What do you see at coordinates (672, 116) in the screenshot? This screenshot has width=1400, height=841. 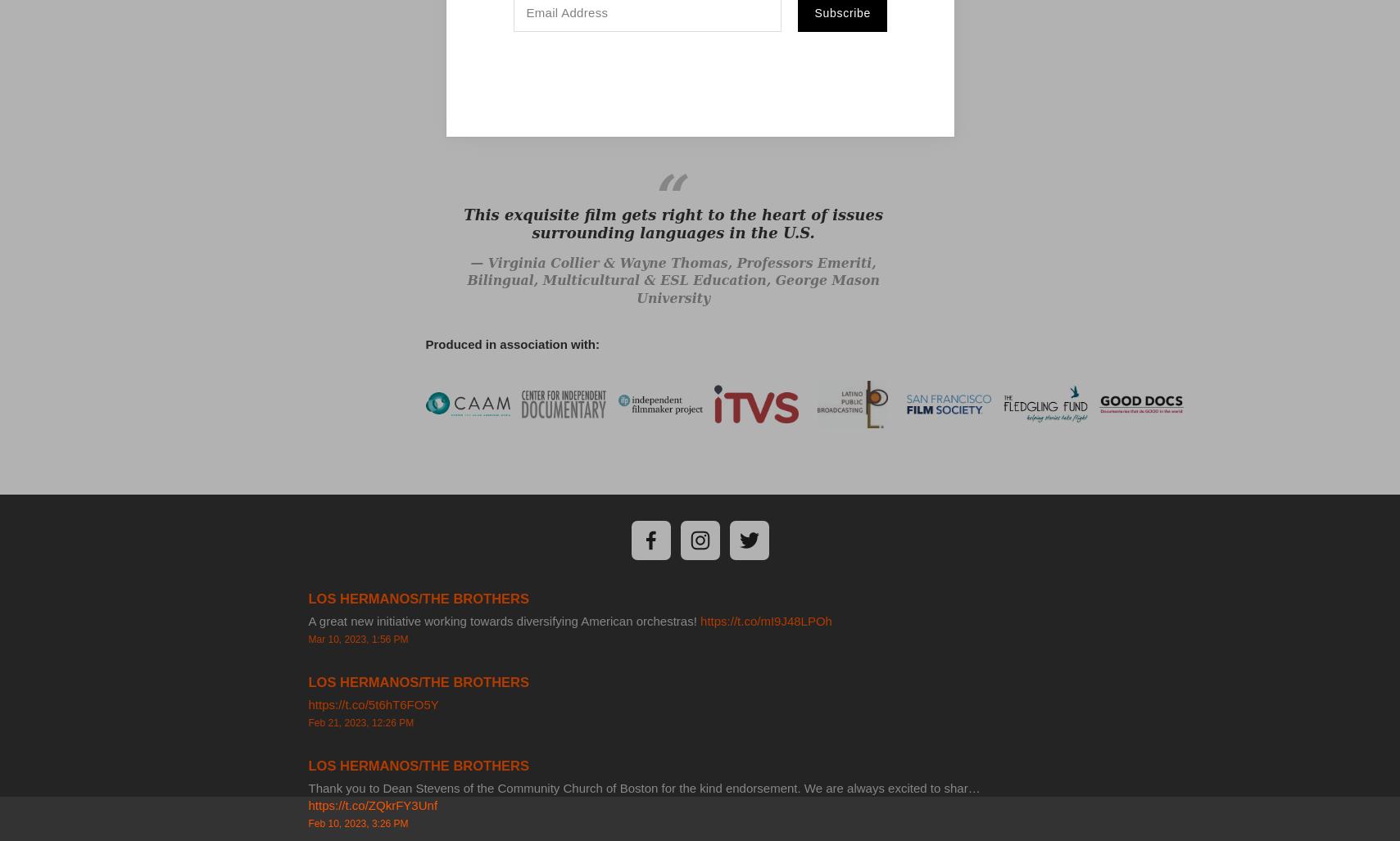 I see `'— Westy Egmont, National Immigrant Integration Conference'` at bounding box center [672, 116].